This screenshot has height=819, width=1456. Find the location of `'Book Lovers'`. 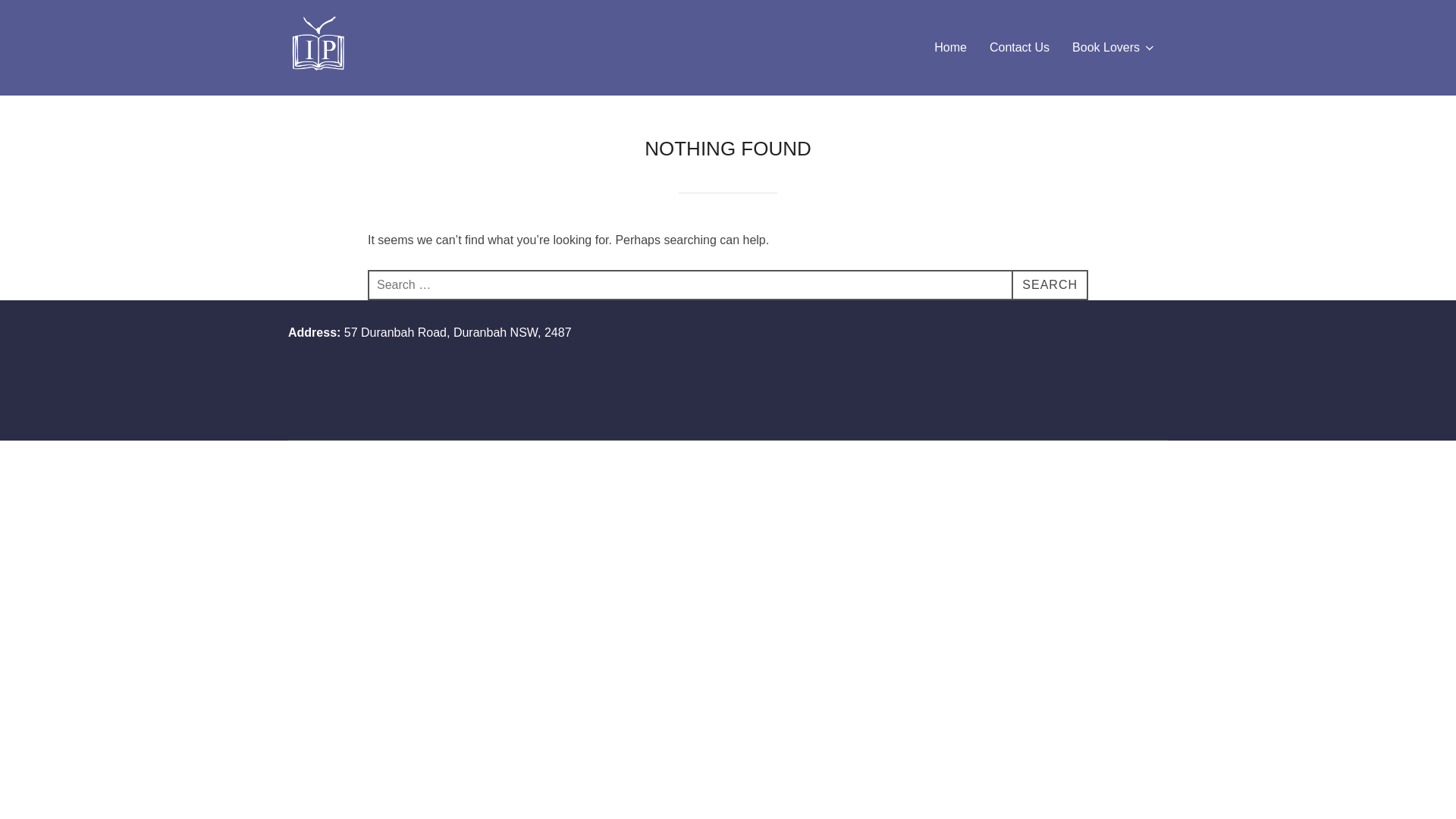

'Book Lovers' is located at coordinates (1072, 46).